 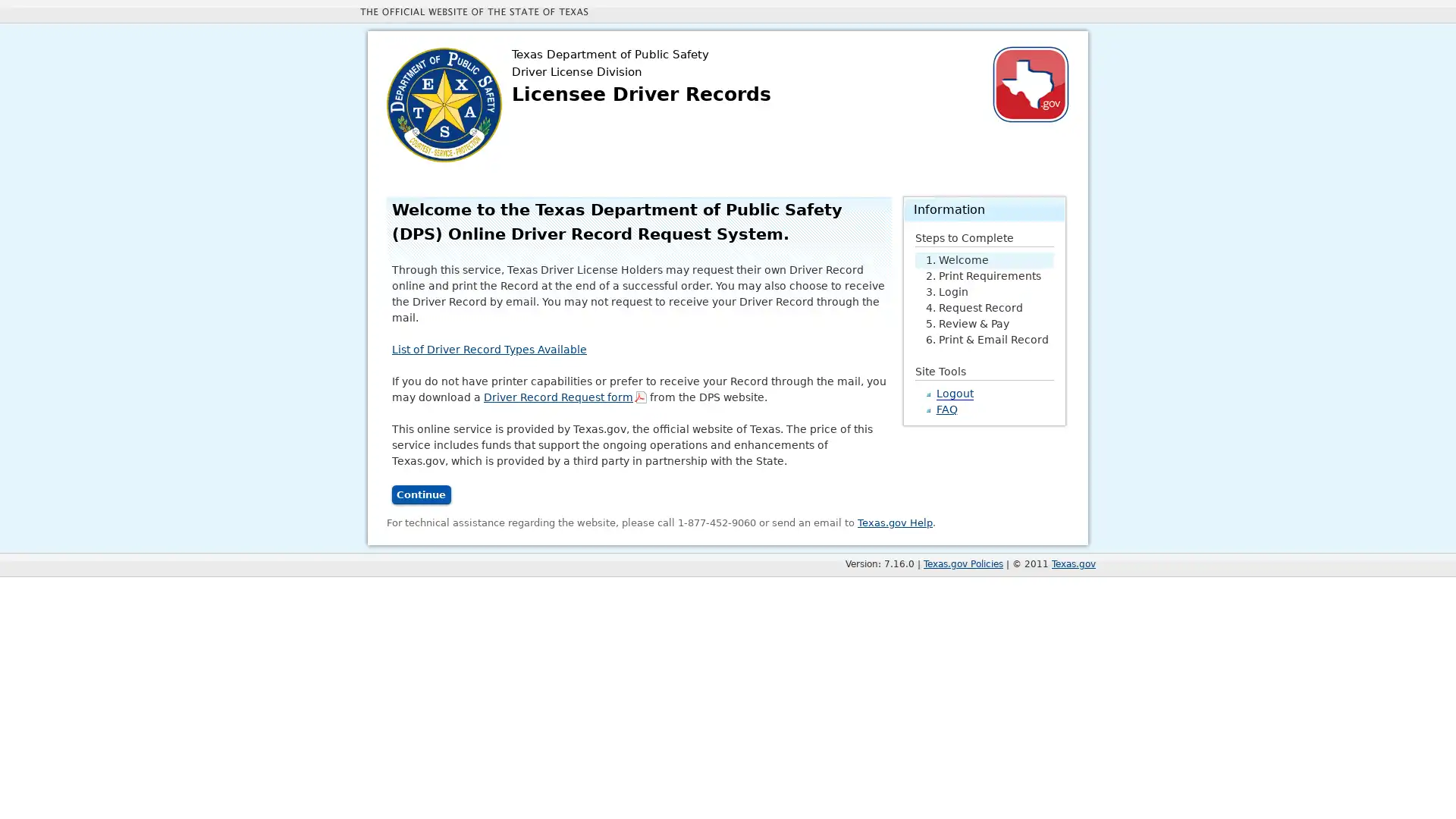 What do you see at coordinates (421, 494) in the screenshot?
I see `Continue` at bounding box center [421, 494].